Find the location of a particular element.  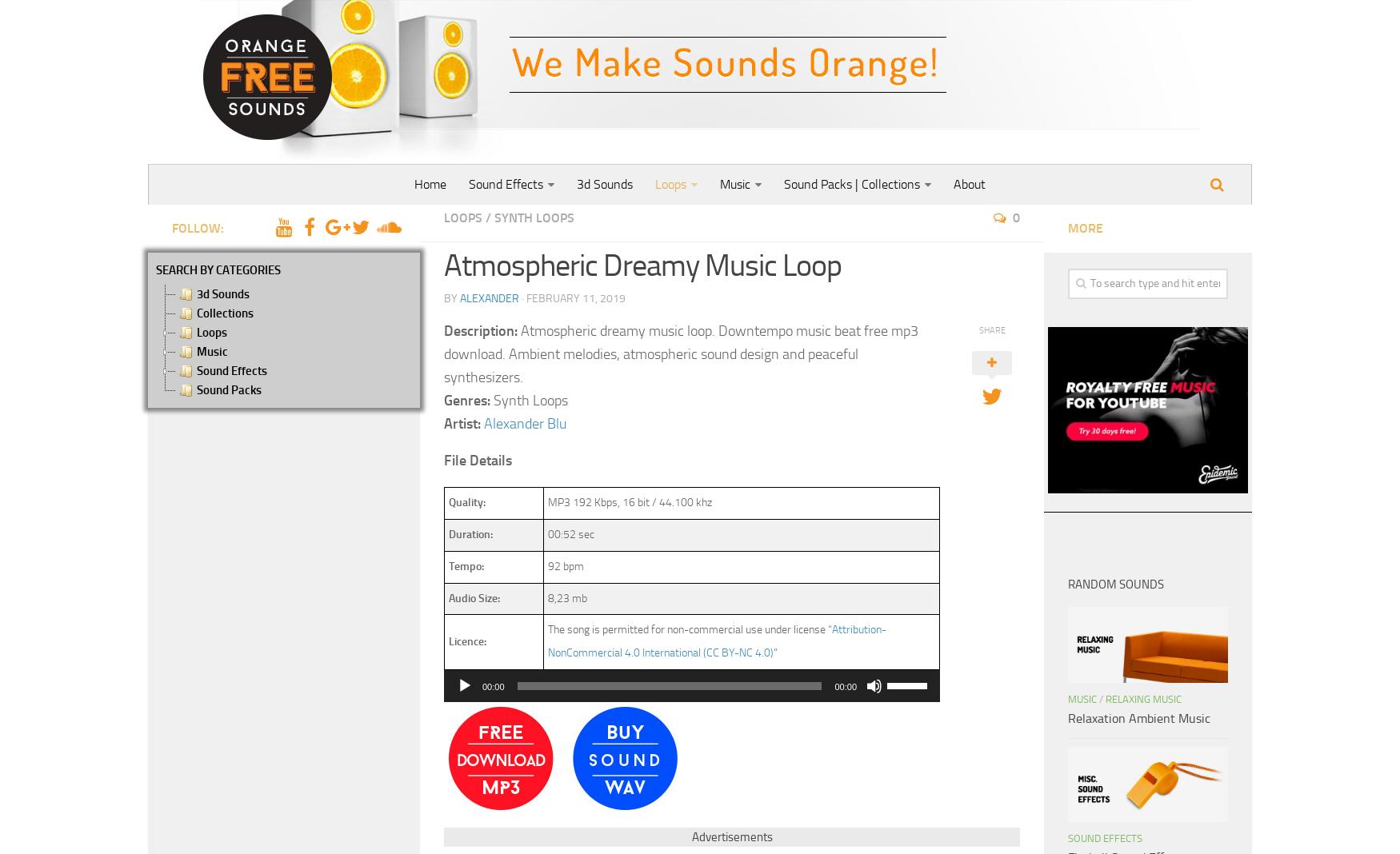

'Licence:' is located at coordinates (448, 640).